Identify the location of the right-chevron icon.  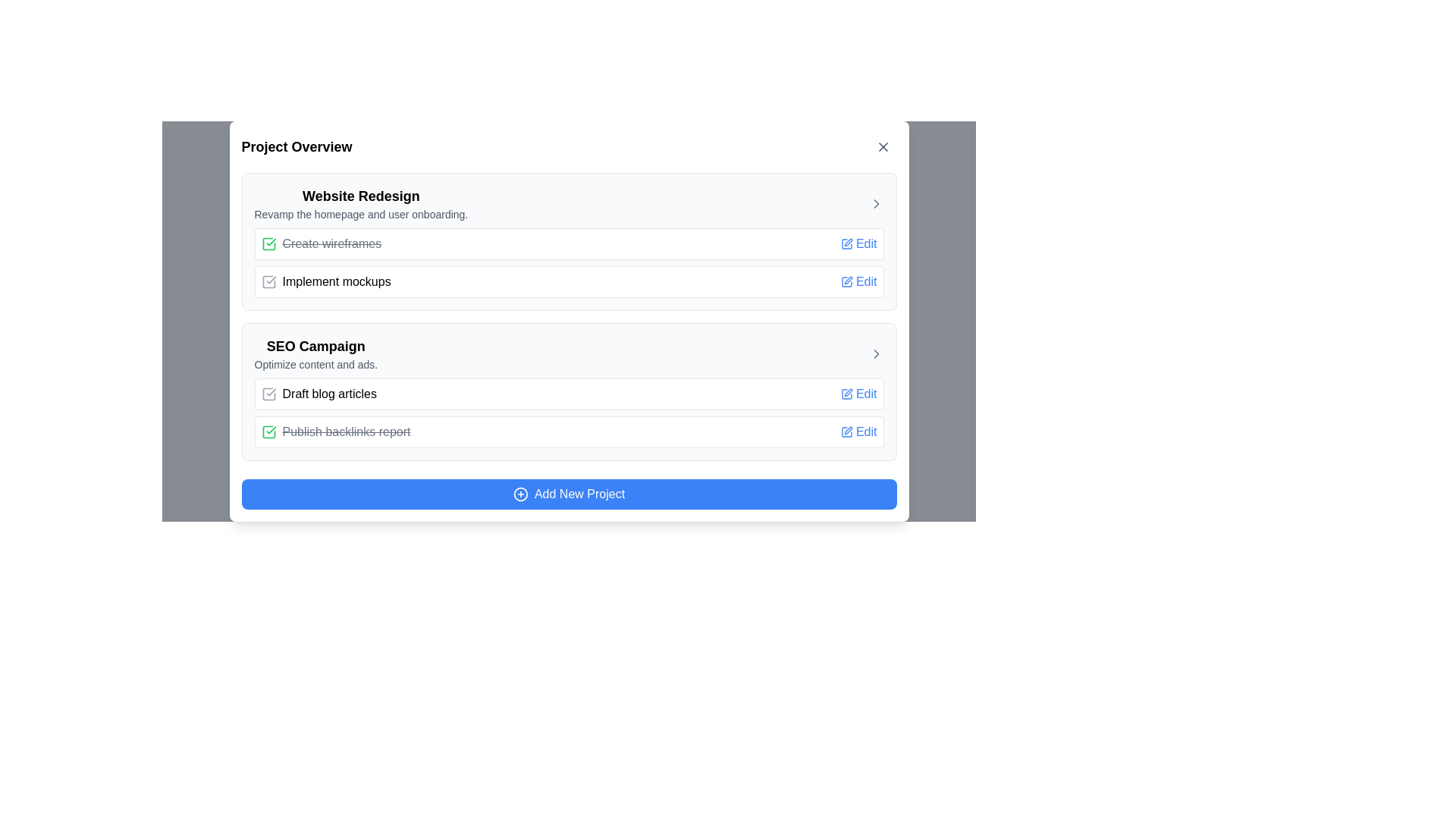
(876, 203).